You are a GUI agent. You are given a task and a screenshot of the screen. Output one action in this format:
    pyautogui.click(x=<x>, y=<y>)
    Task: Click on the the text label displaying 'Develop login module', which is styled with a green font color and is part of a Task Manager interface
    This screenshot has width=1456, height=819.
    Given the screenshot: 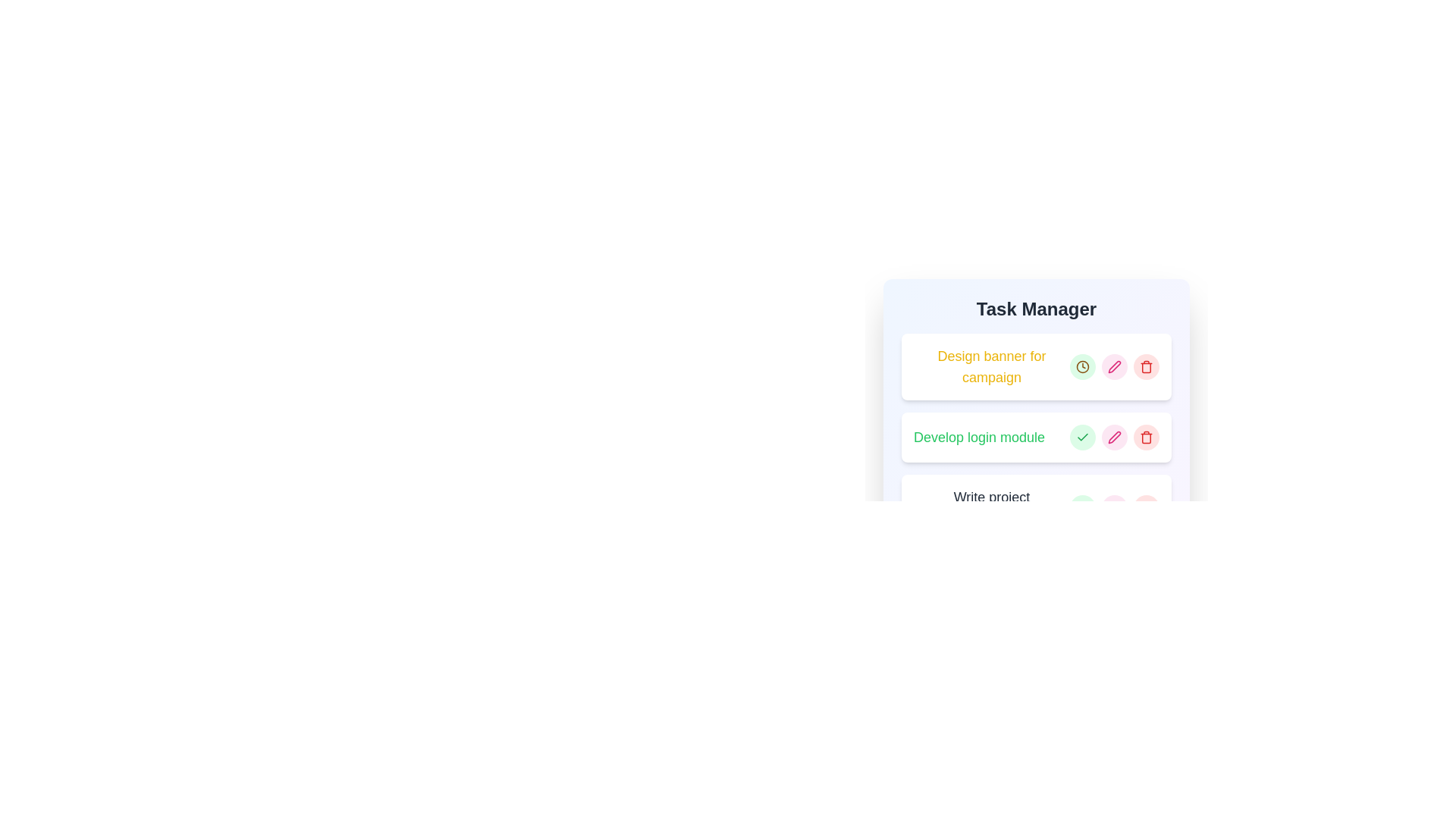 What is the action you would take?
    pyautogui.click(x=979, y=438)
    